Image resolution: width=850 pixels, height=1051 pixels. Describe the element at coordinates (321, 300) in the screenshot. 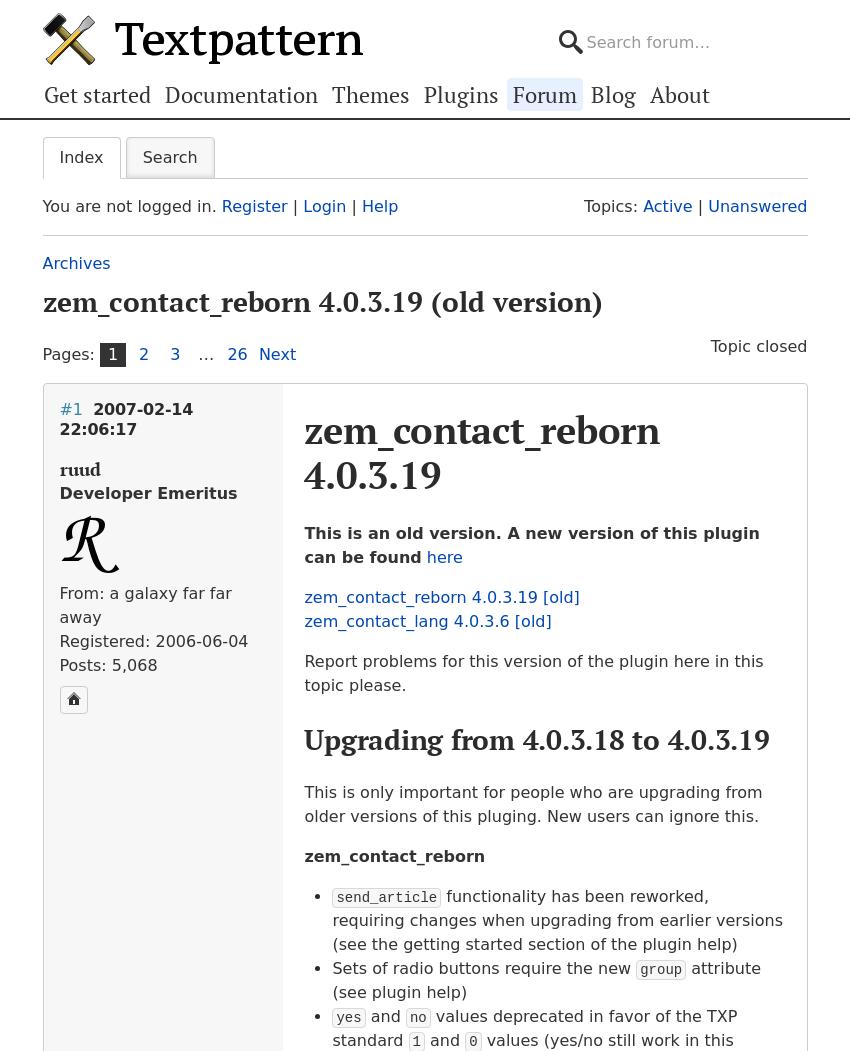

I see `'zem_contact_reborn 4.0.3.19 (old version)'` at that location.